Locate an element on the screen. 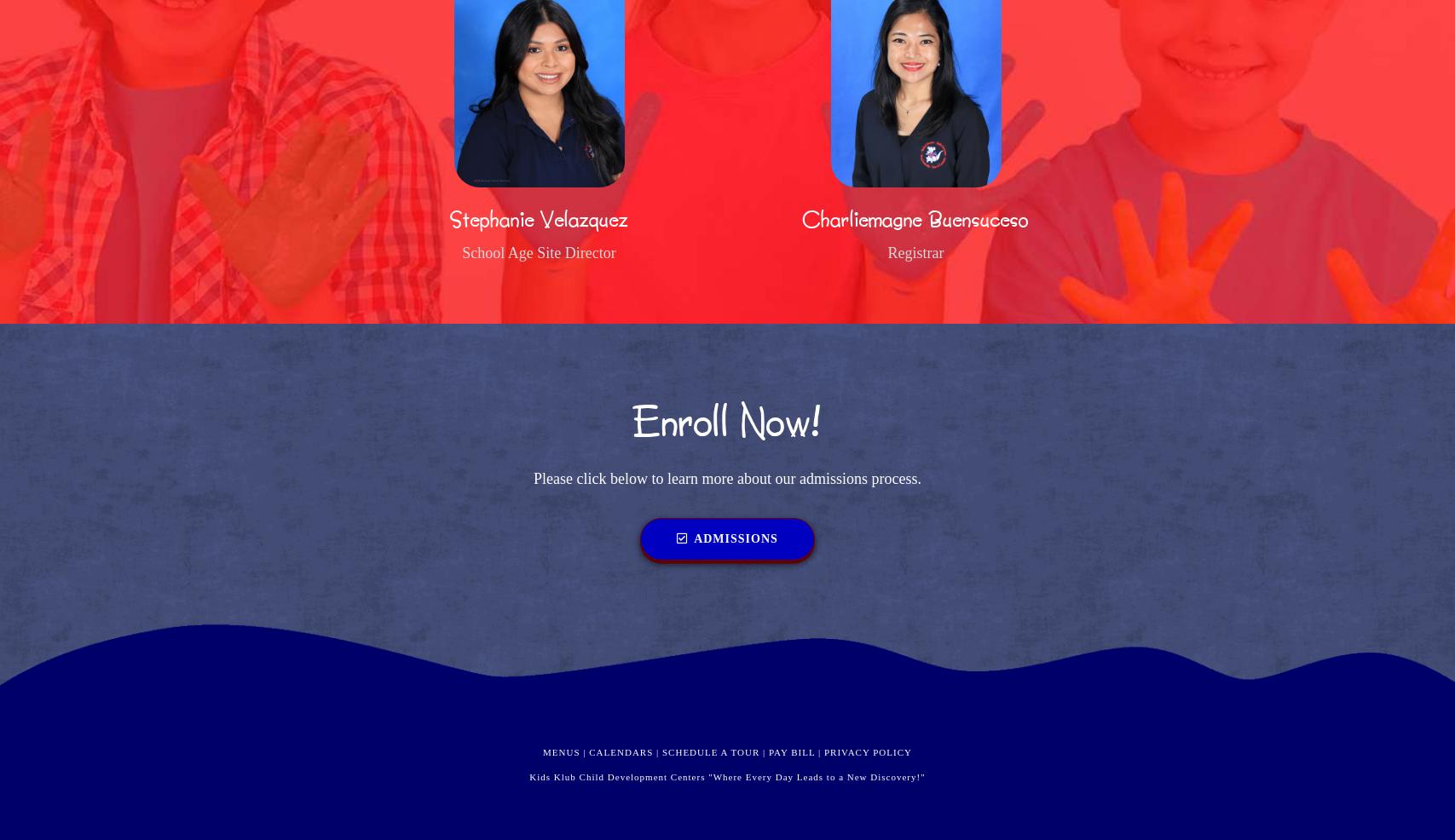  'Registrar' is located at coordinates (915, 252).